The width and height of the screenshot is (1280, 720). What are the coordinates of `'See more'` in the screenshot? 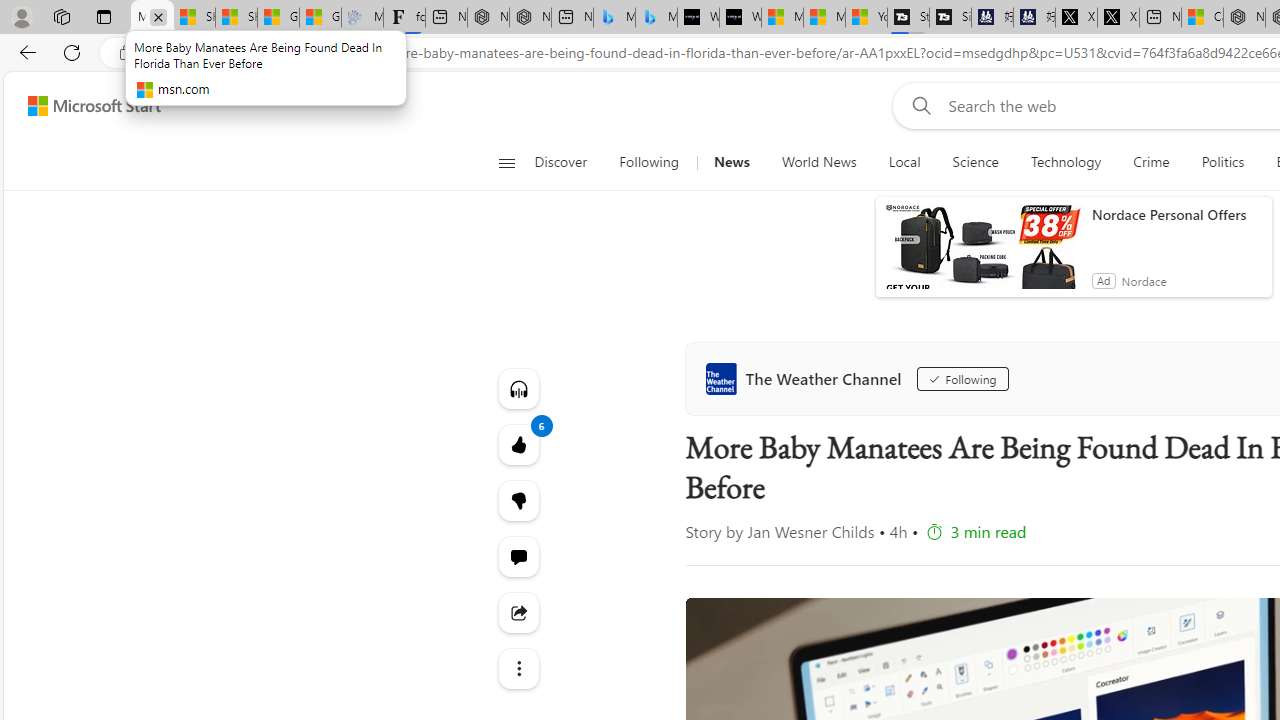 It's located at (518, 668).